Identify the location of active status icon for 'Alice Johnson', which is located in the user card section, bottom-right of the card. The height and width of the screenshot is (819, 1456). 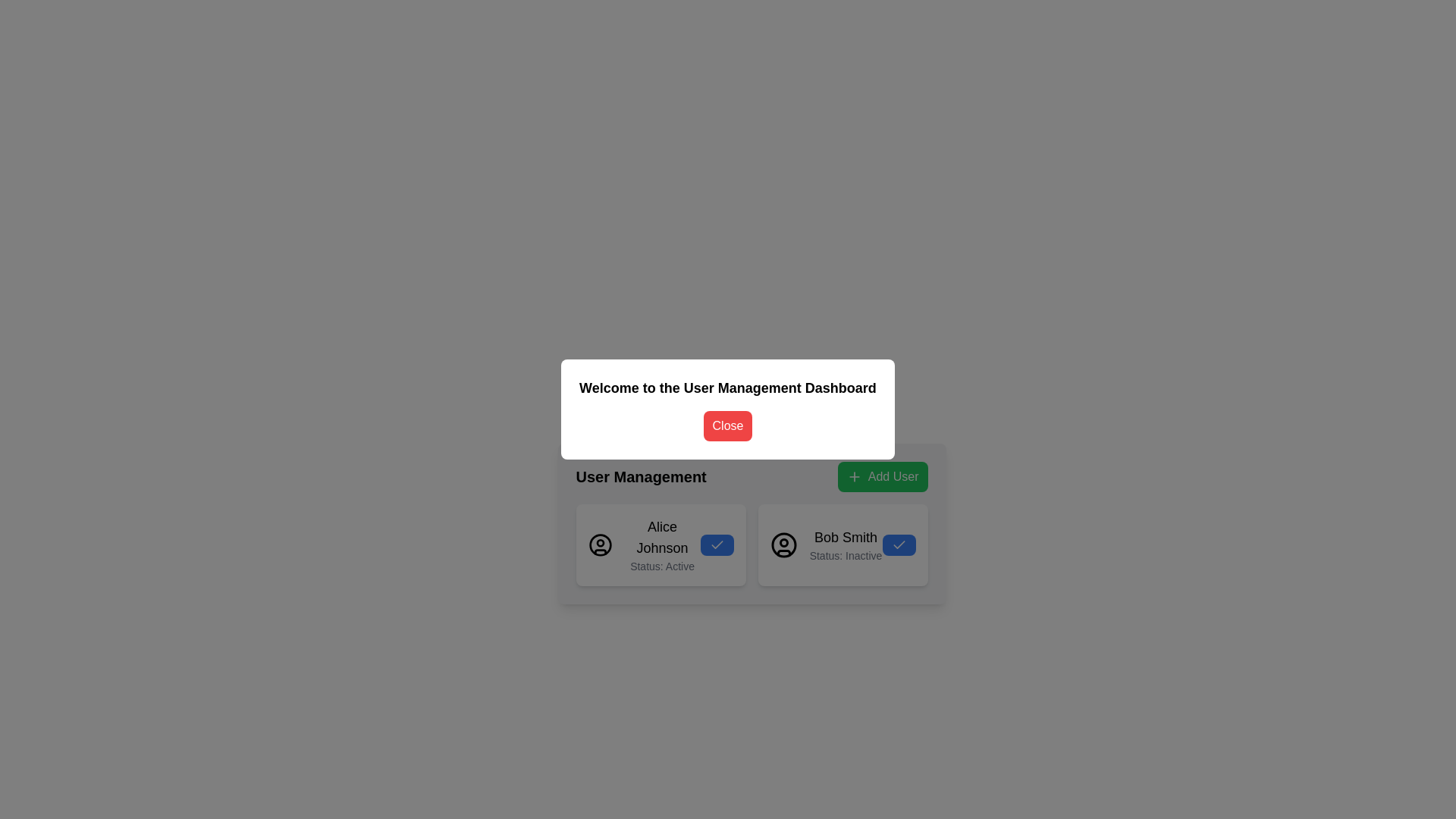
(716, 544).